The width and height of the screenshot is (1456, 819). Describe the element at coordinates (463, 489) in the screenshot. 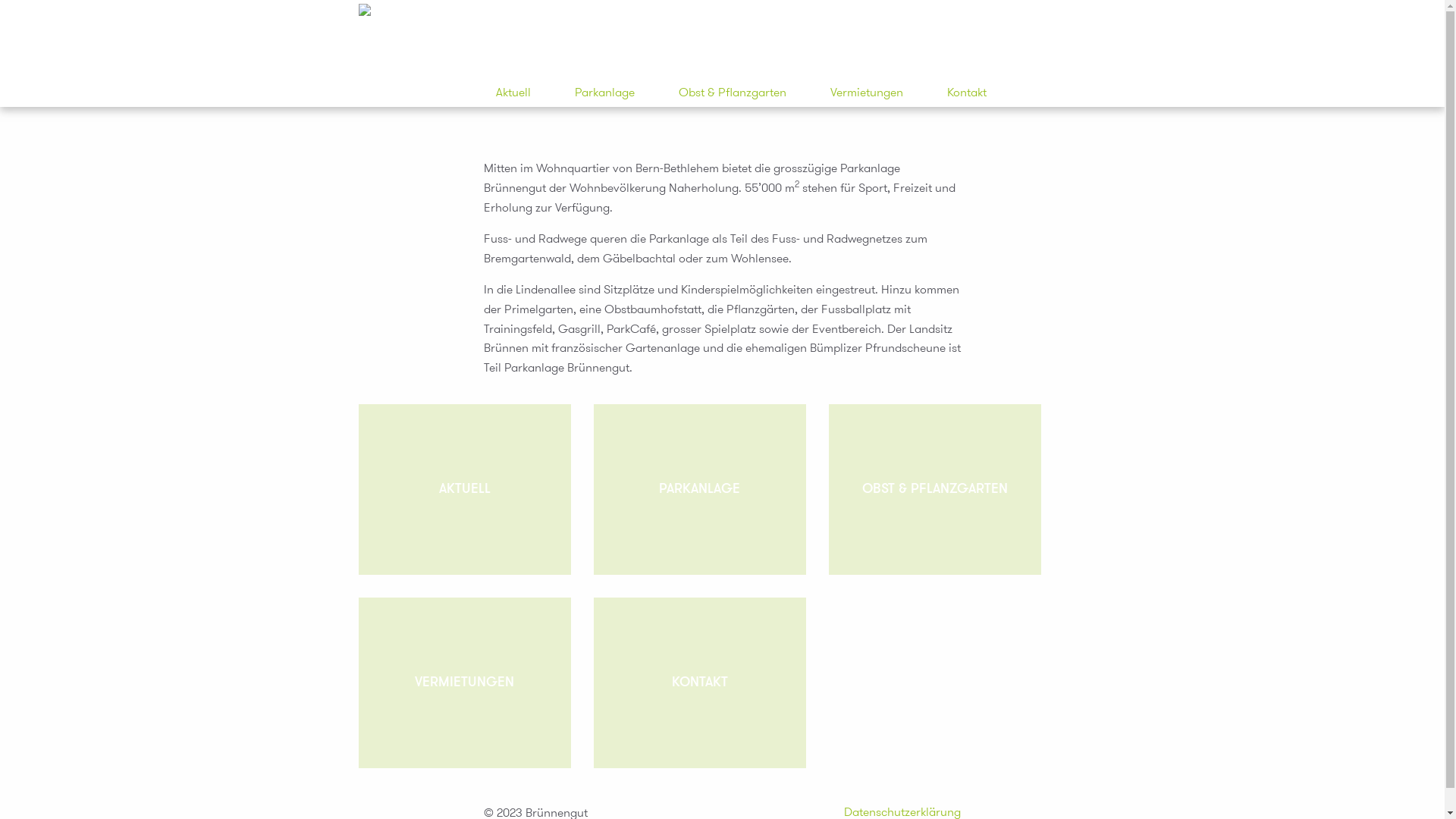

I see `'AKTUELL'` at that location.